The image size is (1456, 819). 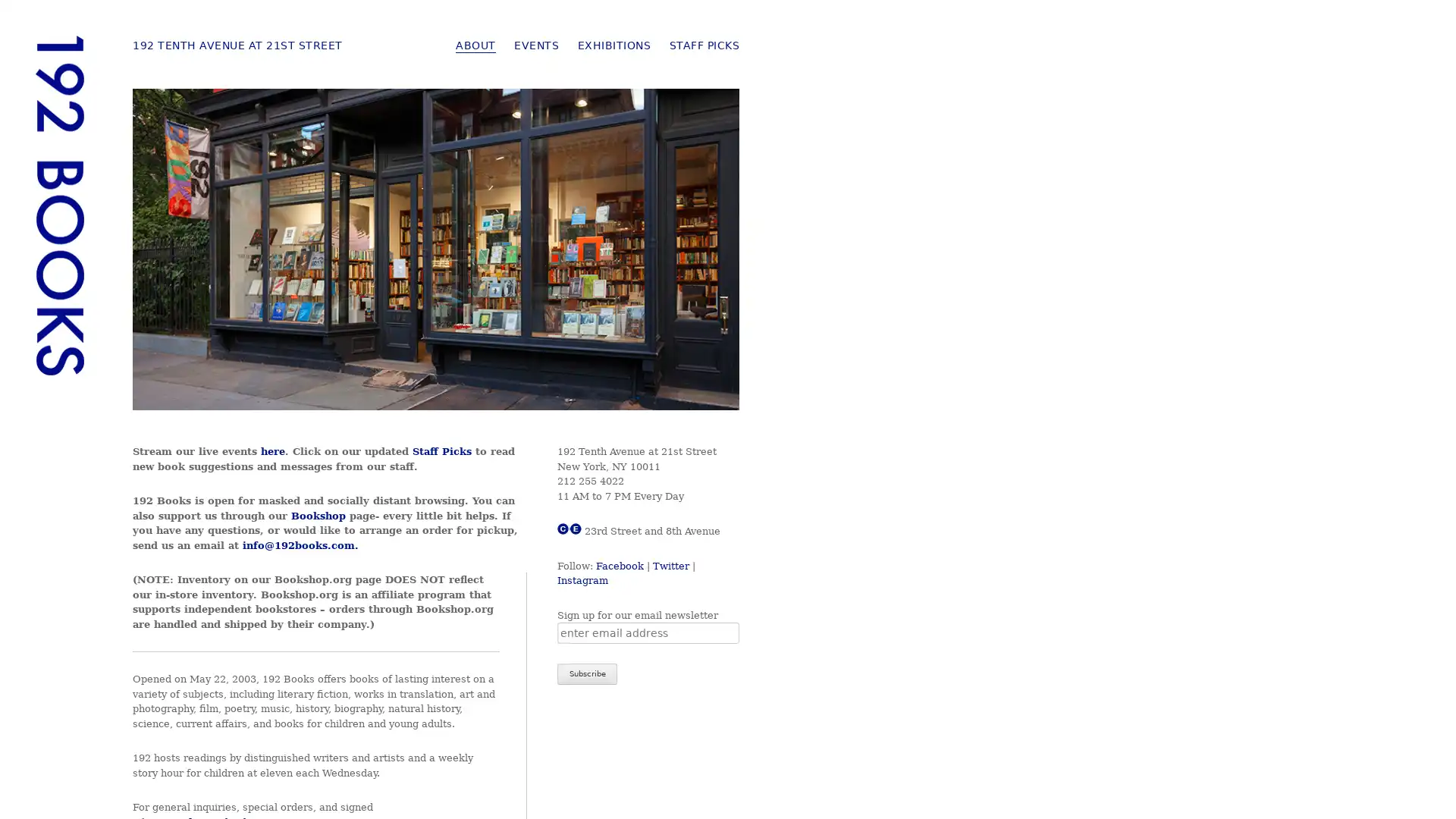 I want to click on Subscribe, so click(x=586, y=673).